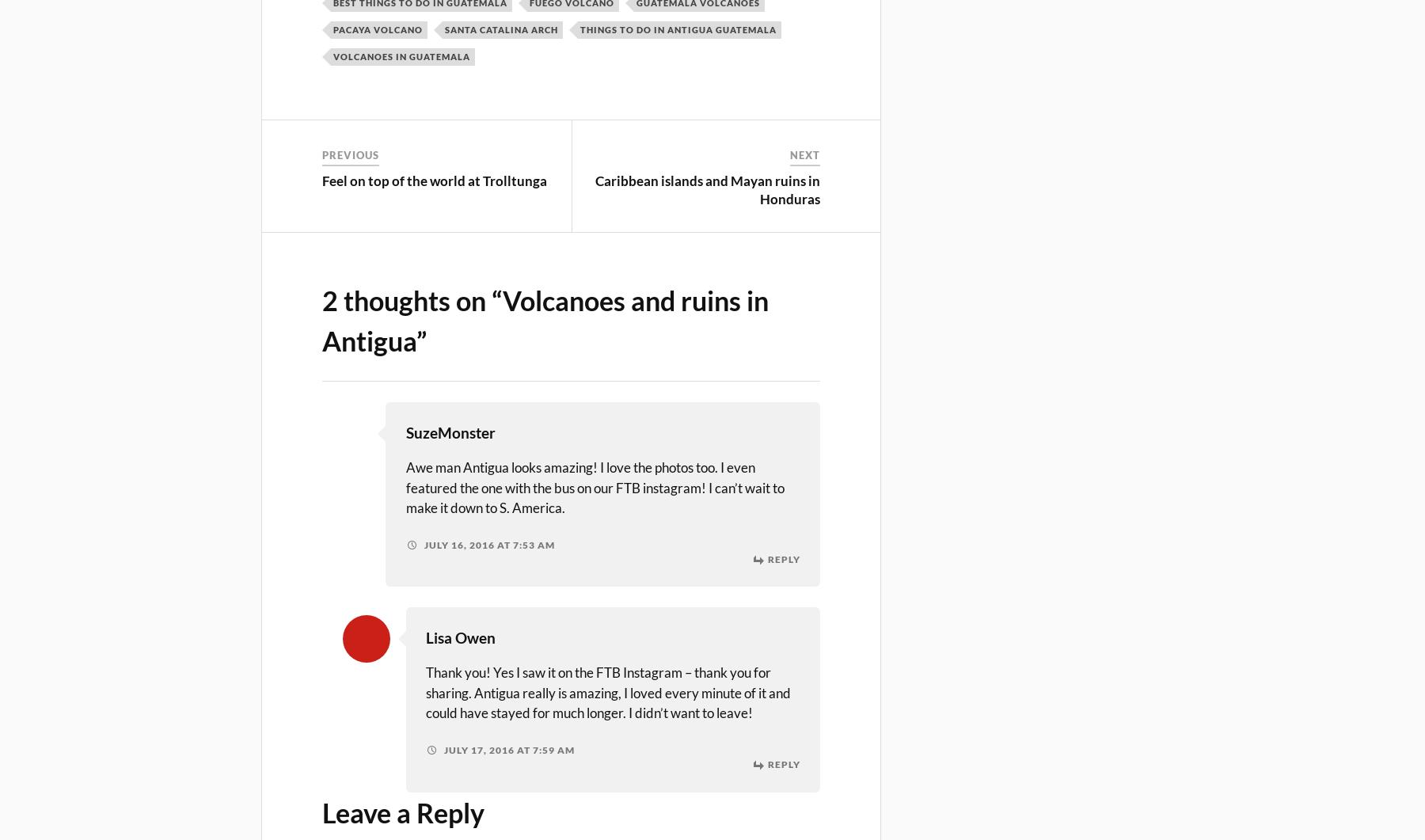  I want to click on 'July 16, 2016 at 7:53 am', so click(487, 544).